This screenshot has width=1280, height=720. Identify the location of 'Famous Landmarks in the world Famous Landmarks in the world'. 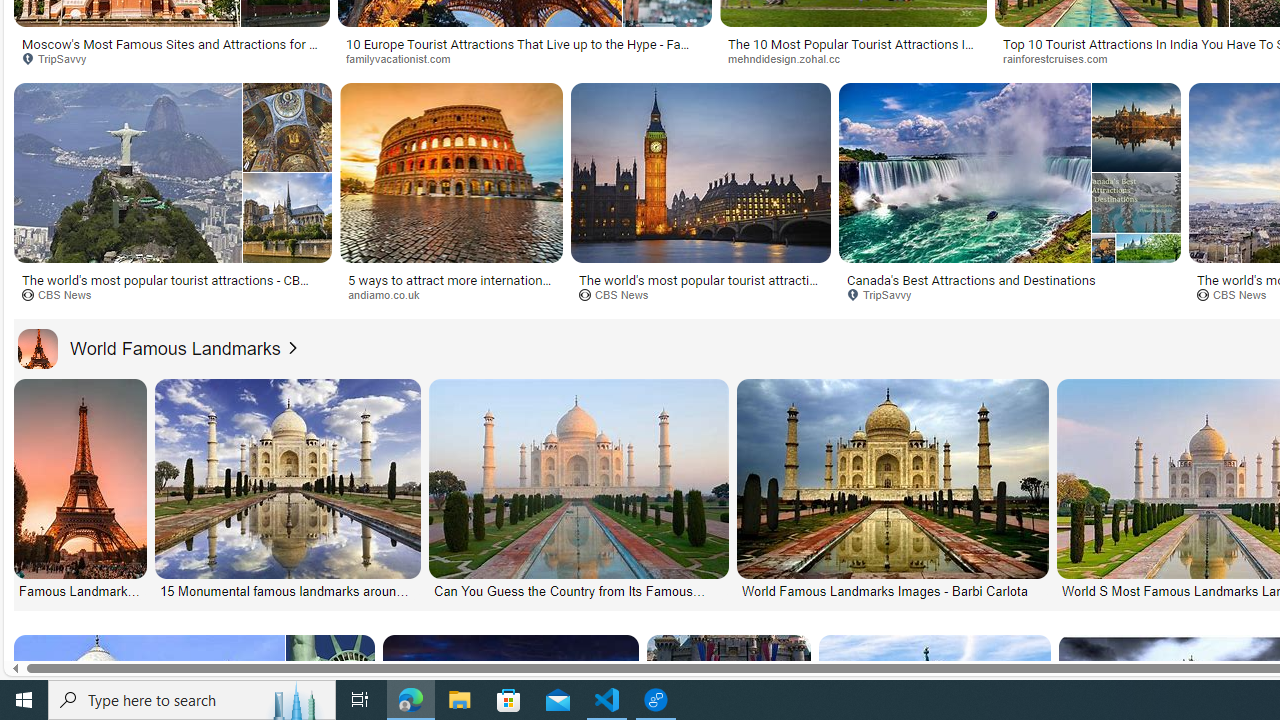
(80, 489).